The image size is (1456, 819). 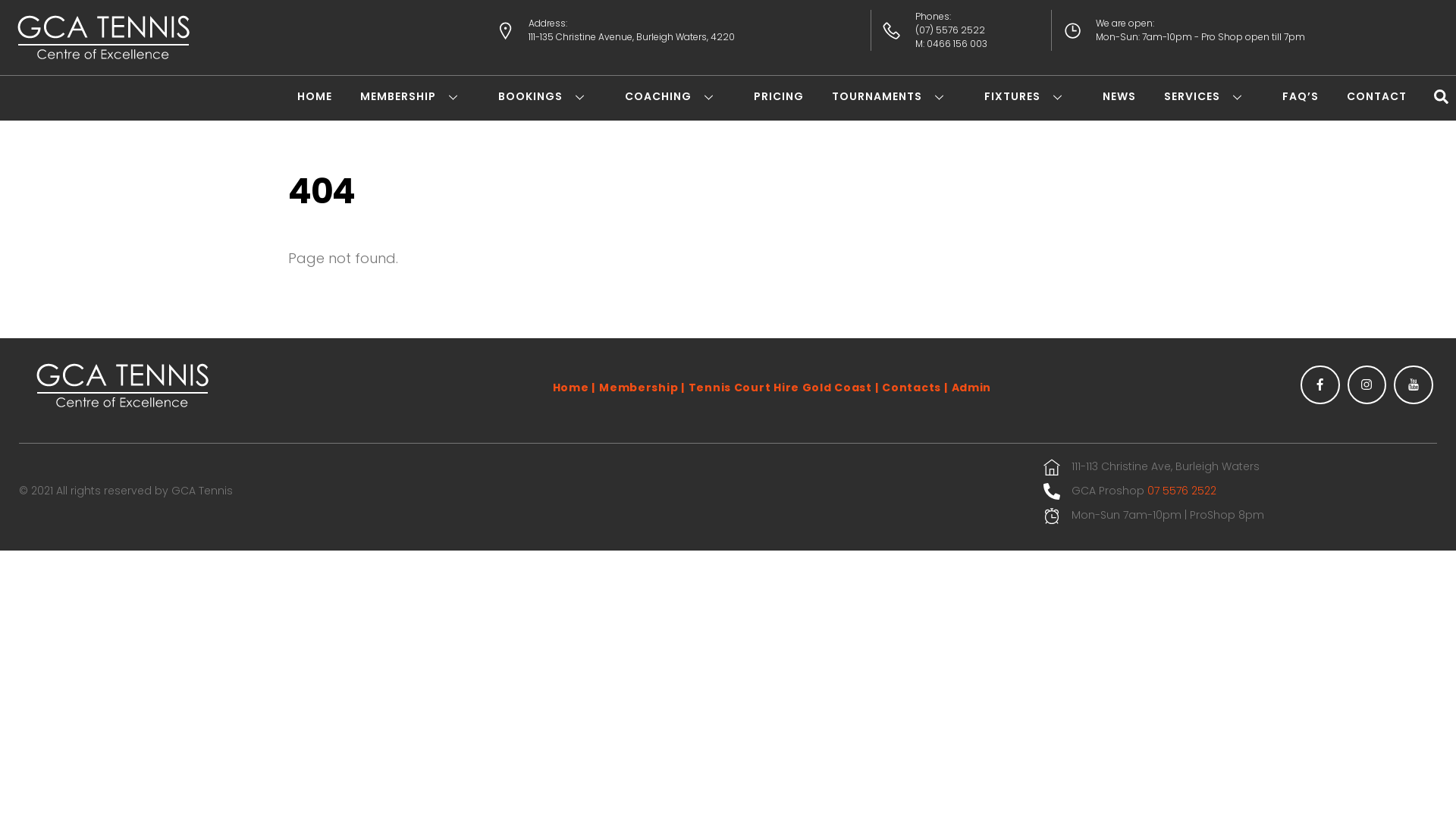 What do you see at coordinates (753, 96) in the screenshot?
I see `'PRICING'` at bounding box center [753, 96].